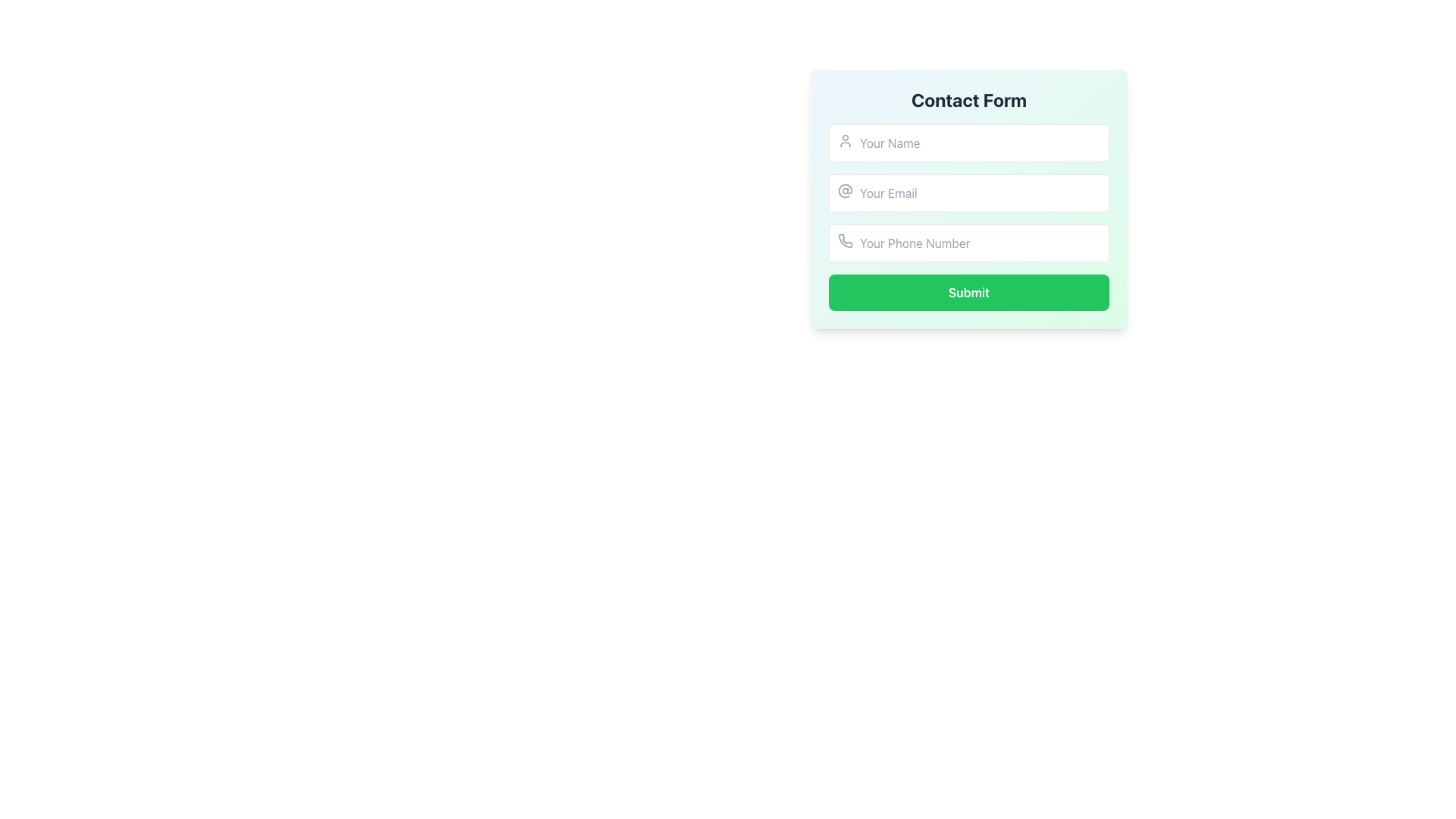 This screenshot has height=819, width=1456. Describe the element at coordinates (968, 192) in the screenshot. I see `the email input field located in the 'Contact Form', positioned below the 'Your Name' field and above the 'Your Phone Number' field` at that location.